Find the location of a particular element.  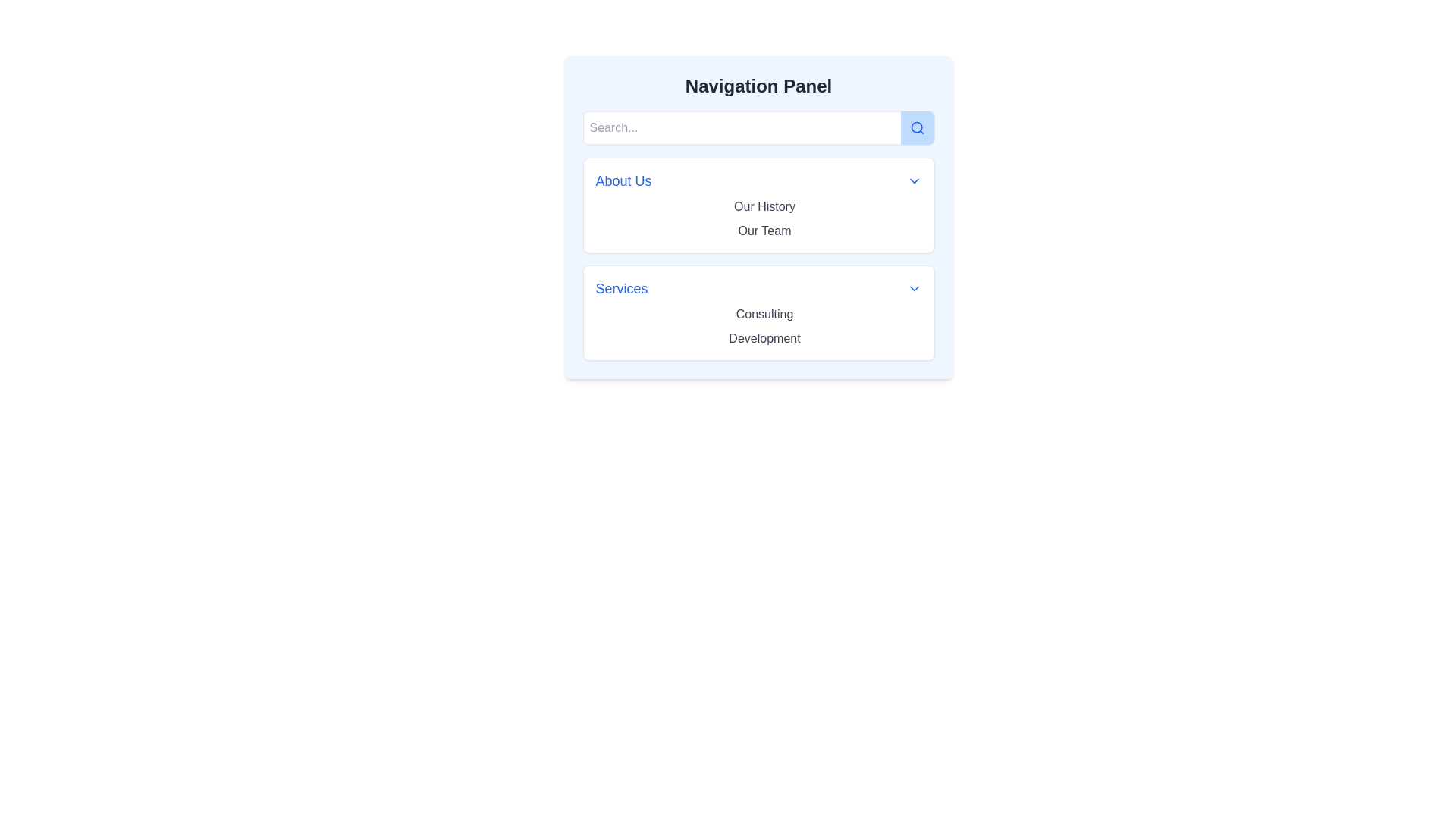

the chevron icon located at the far right of the 'About Us' navigation entry is located at coordinates (913, 180).